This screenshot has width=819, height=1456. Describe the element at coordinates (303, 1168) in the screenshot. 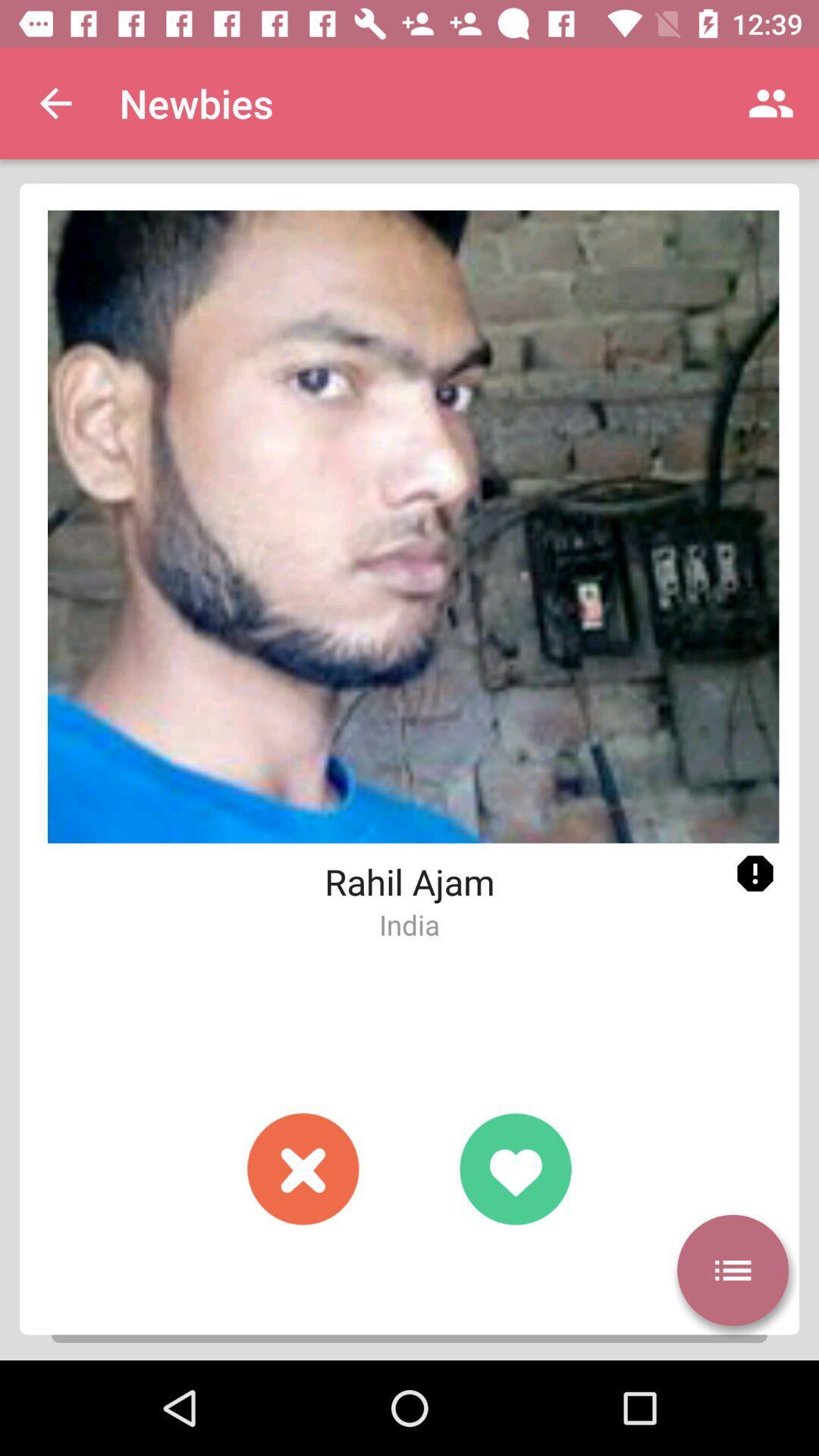

I see `and move on` at that location.